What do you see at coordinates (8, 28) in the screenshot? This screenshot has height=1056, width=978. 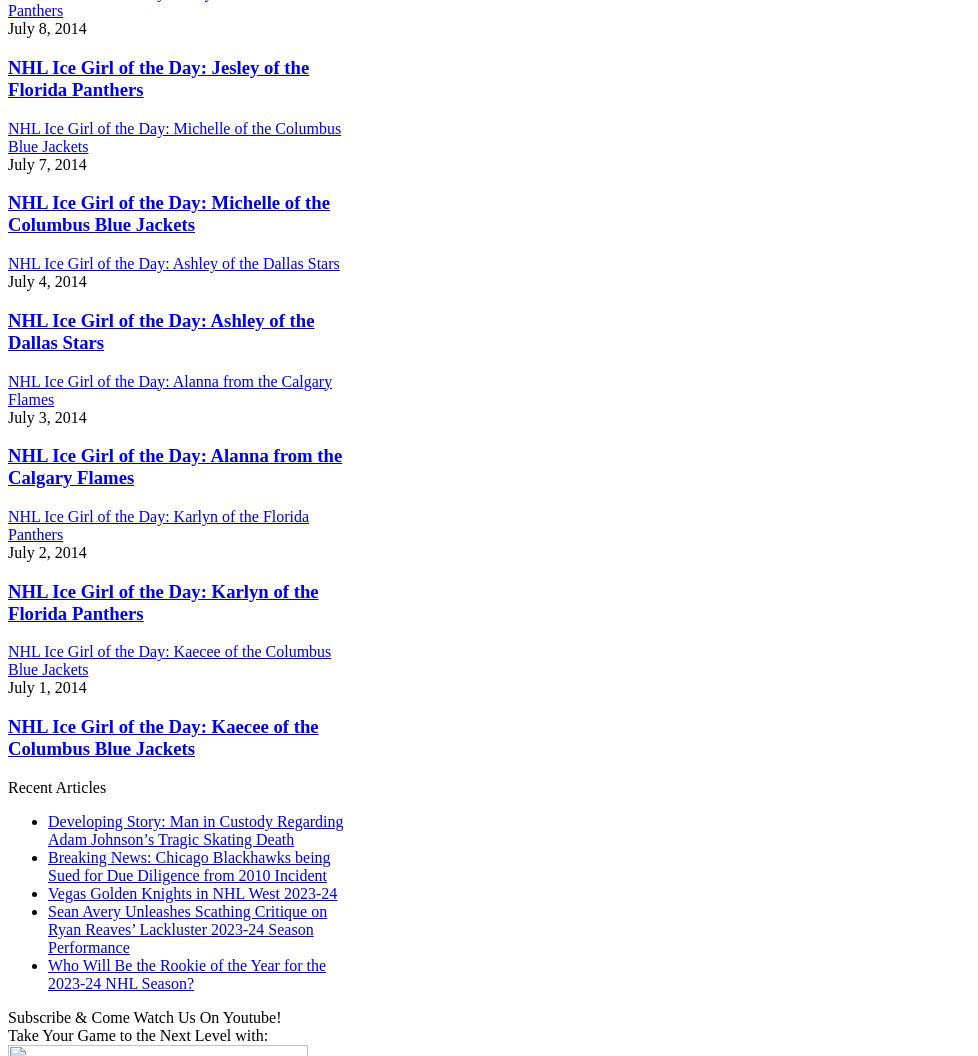 I see `'July 8, 2014'` at bounding box center [8, 28].